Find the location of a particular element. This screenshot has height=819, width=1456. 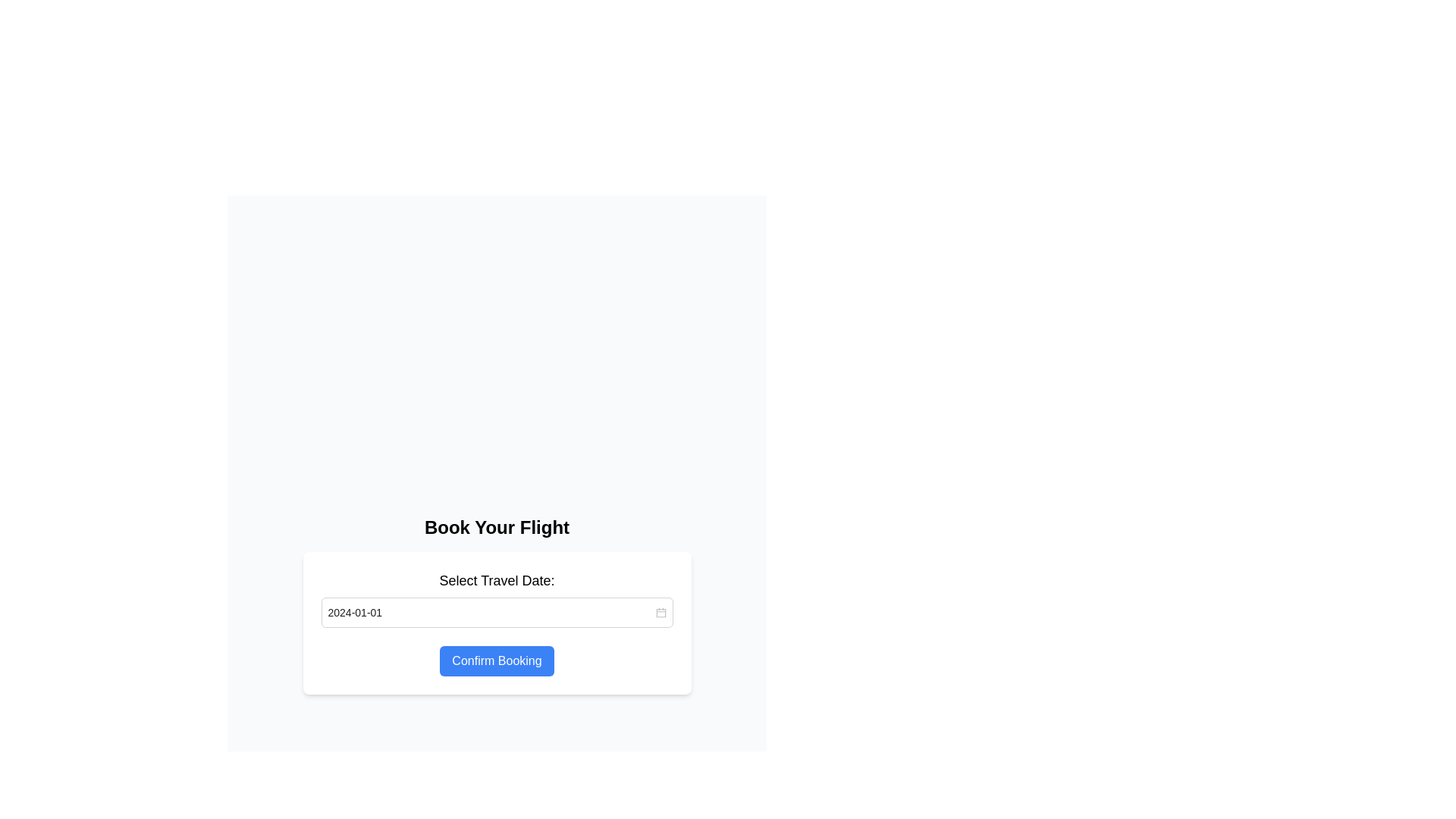

the Date Picker Input Field below 'Select Travel Date:' in the 'Book Your Flight' section is located at coordinates (497, 611).